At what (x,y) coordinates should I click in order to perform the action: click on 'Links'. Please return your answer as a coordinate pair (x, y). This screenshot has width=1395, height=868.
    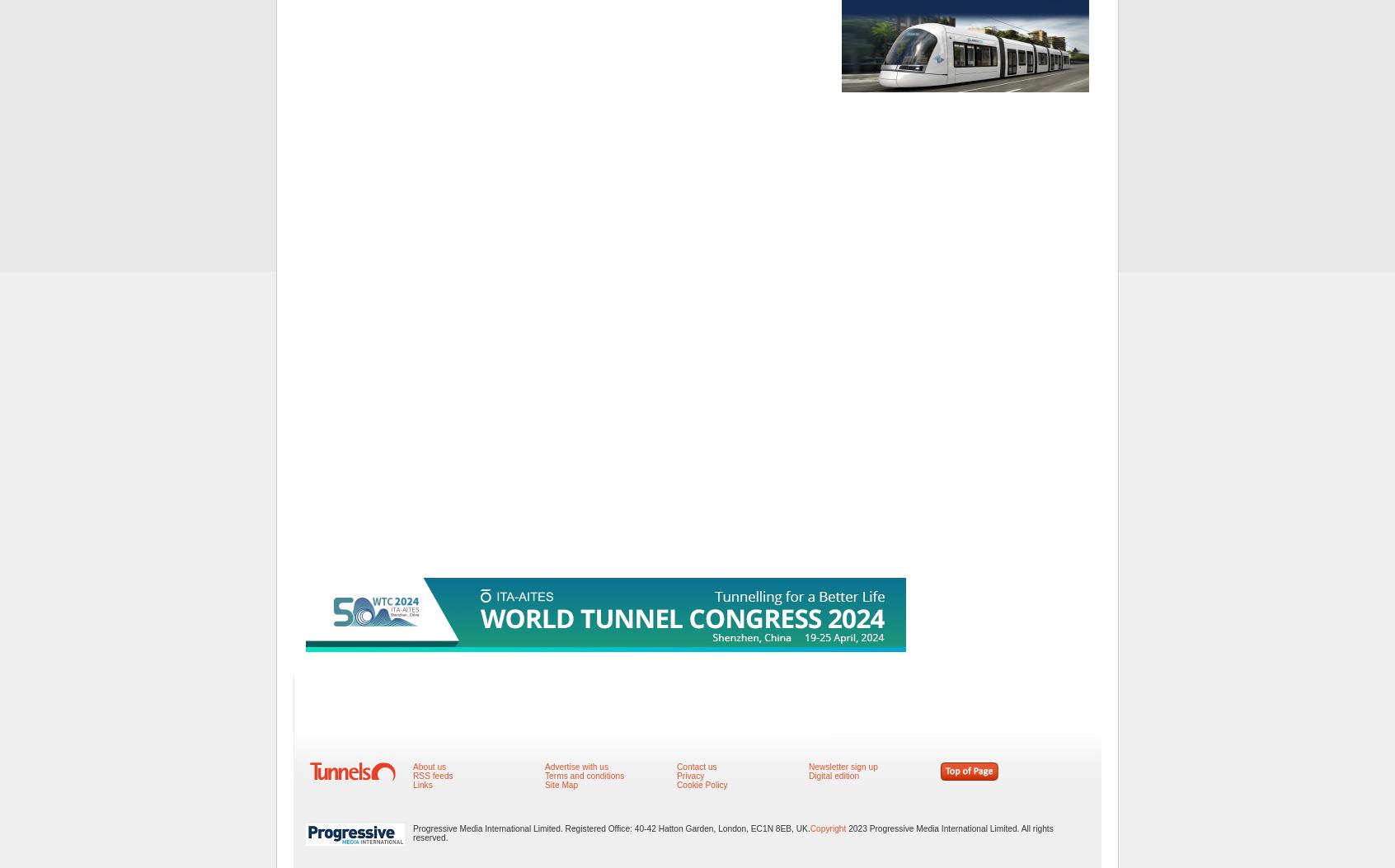
    Looking at the image, I should click on (422, 784).